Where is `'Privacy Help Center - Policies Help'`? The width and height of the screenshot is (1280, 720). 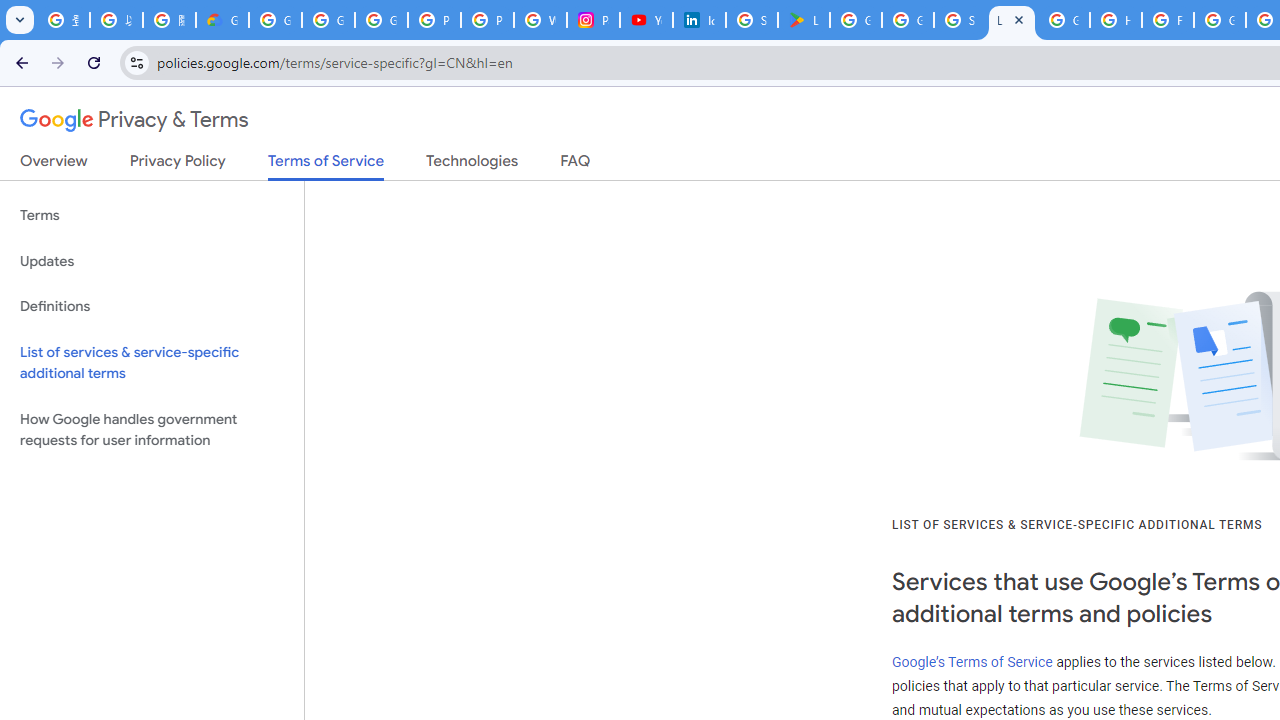 'Privacy Help Center - Policies Help' is located at coordinates (433, 20).